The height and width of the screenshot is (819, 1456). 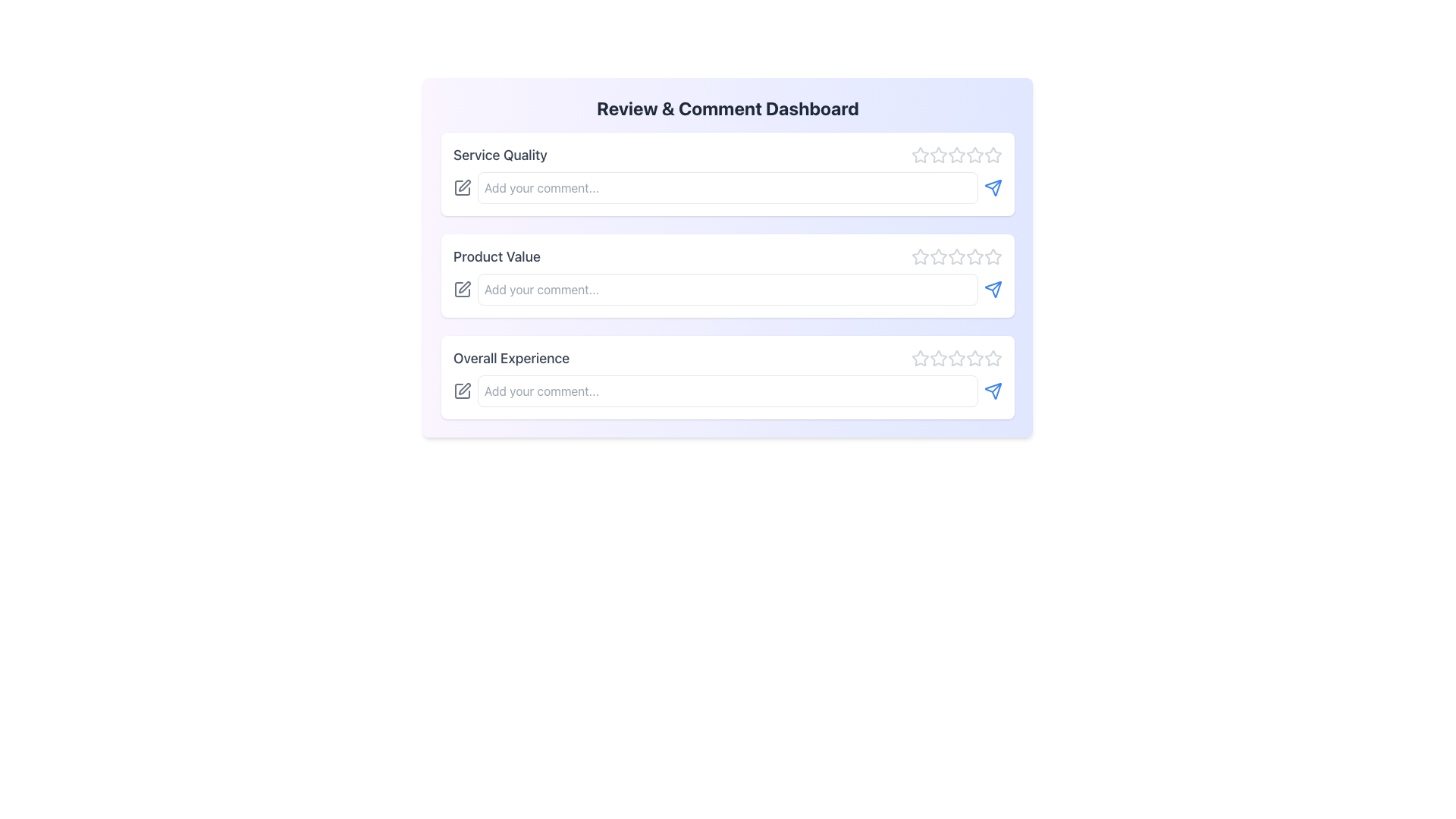 What do you see at coordinates (511, 359) in the screenshot?
I see `the 'Overall Experience' text label, which is the third label in a vertical sequence under the 'Review & Comment Dashboard.'` at bounding box center [511, 359].